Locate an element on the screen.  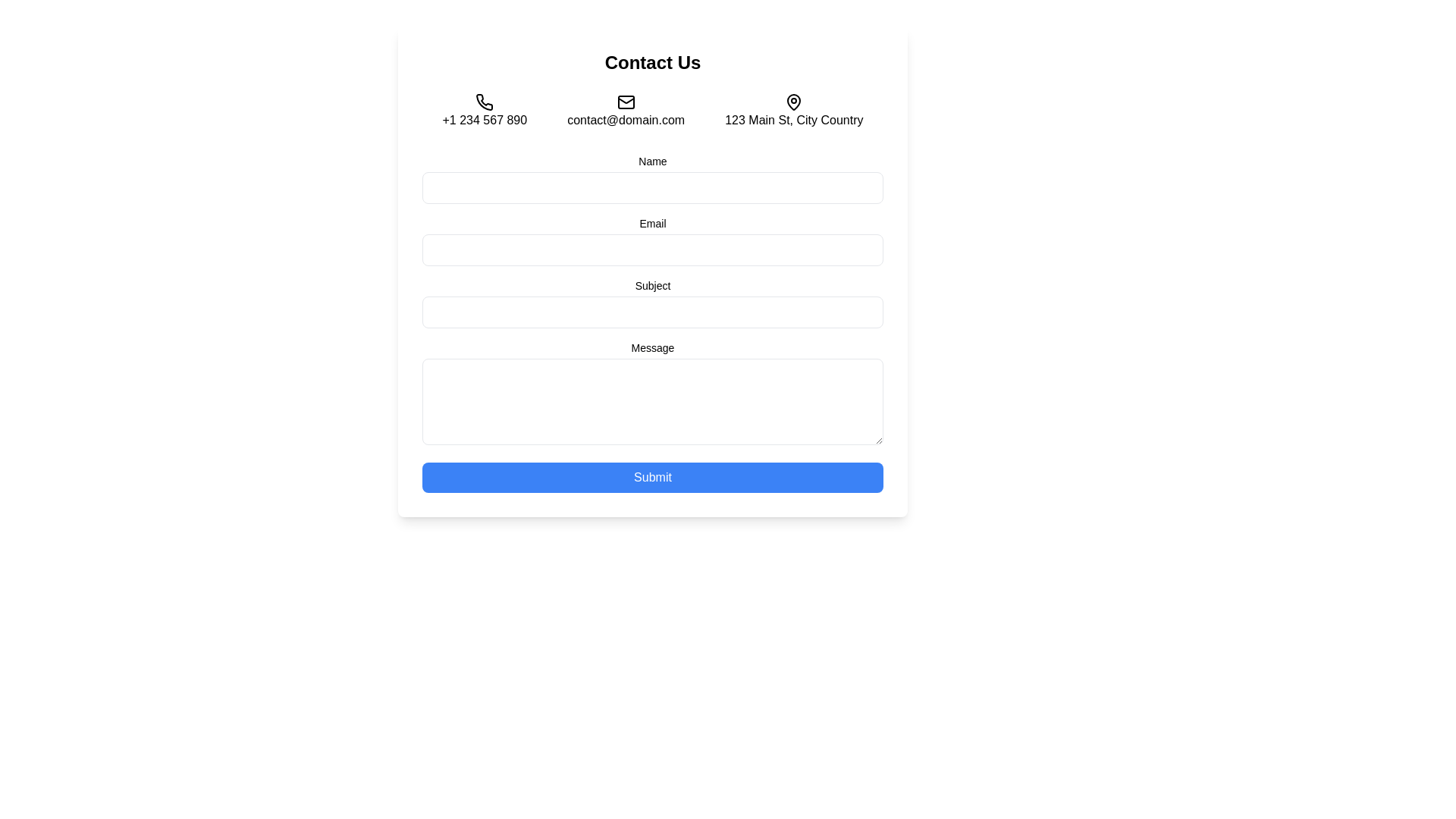
the Email input field labeled 'Email', which is the second input field in the form layout, positioned near the center of the layout is located at coordinates (652, 240).